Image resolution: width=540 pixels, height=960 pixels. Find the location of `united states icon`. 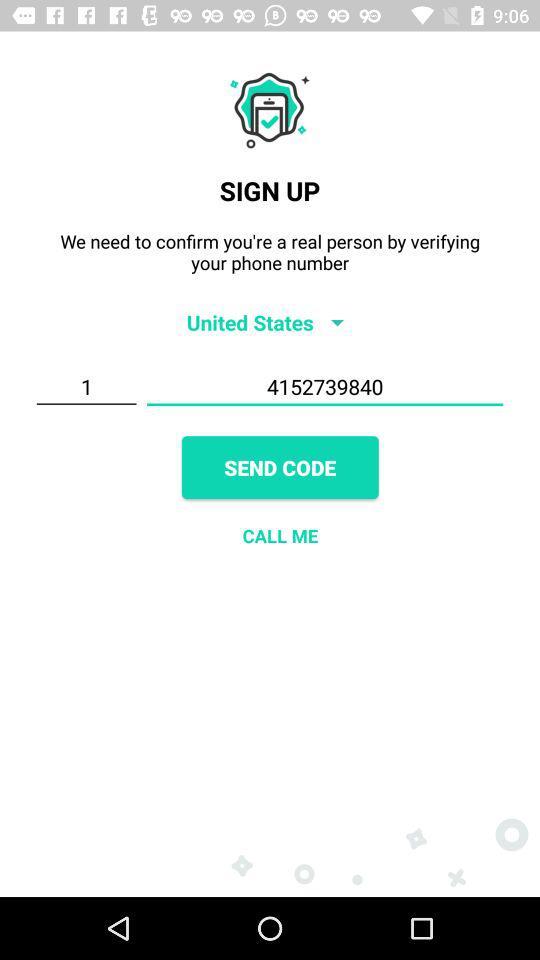

united states icon is located at coordinates (270, 322).